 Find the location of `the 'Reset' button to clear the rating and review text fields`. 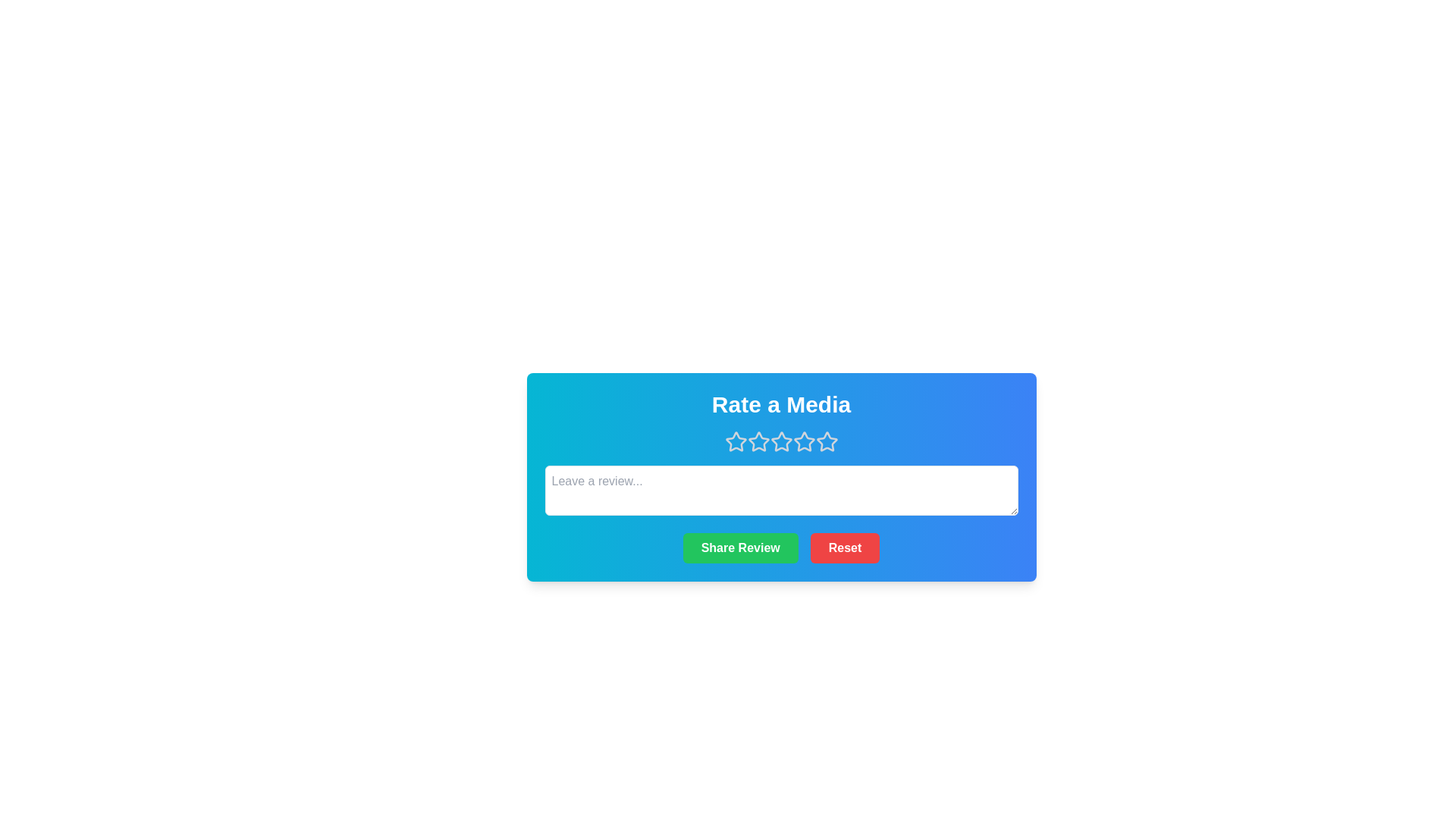

the 'Reset' button to clear the rating and review text fields is located at coordinates (844, 548).